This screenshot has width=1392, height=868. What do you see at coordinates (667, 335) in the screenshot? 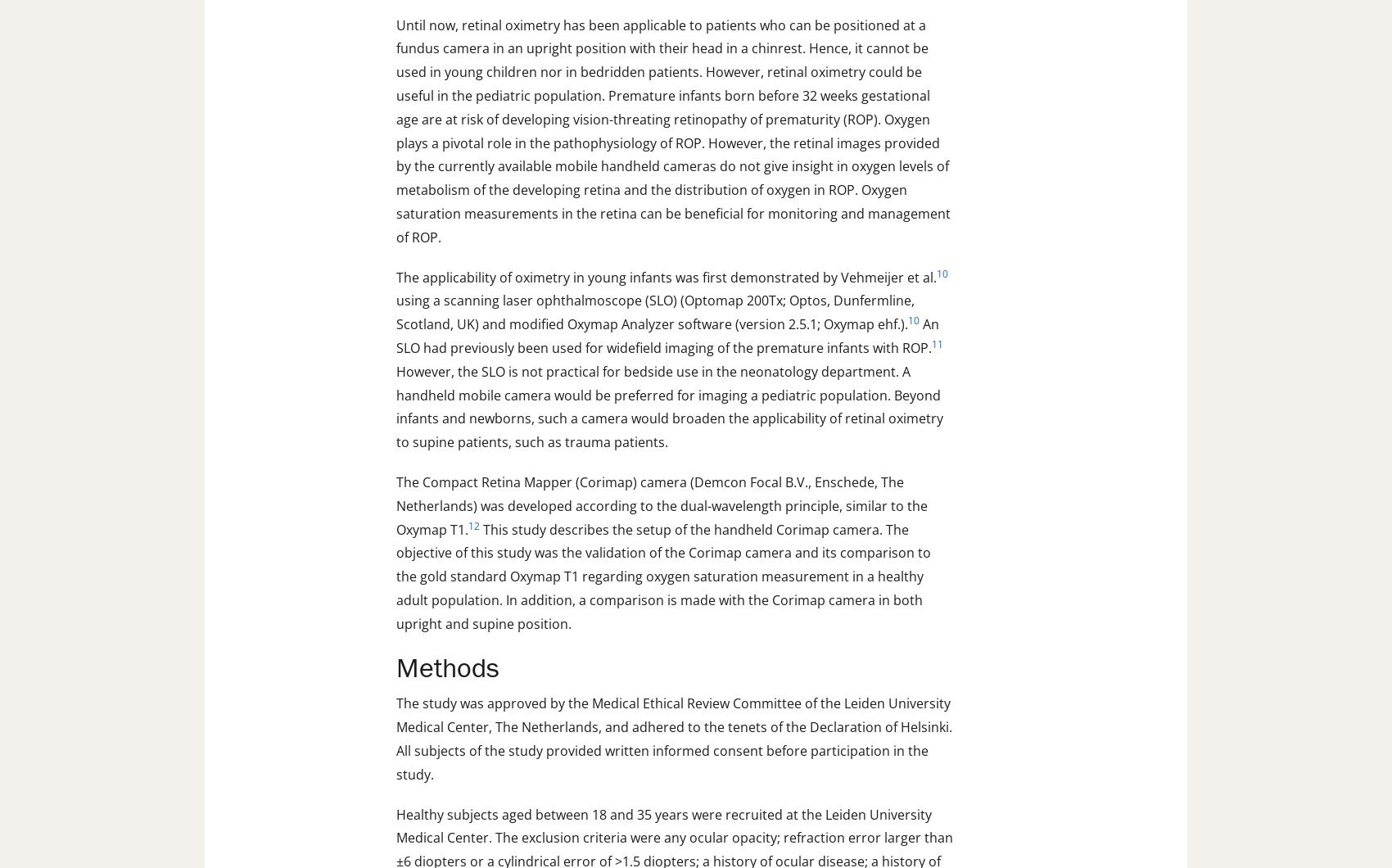
I see `'An SLO had previously been used for widefield imaging of the premature infants with ROP.'` at bounding box center [667, 335].